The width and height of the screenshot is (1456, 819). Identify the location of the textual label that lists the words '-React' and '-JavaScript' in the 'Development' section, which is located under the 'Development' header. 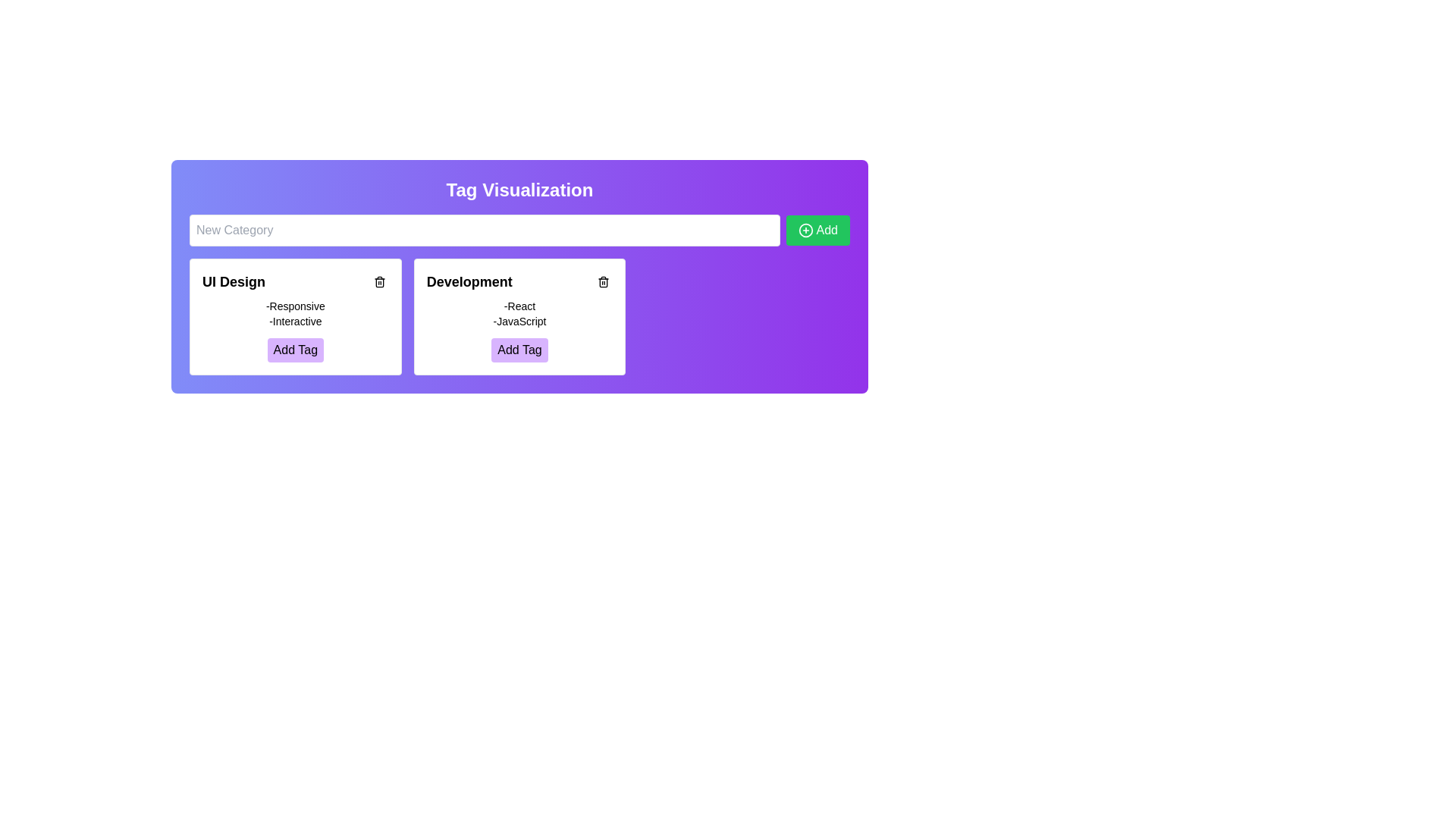
(519, 312).